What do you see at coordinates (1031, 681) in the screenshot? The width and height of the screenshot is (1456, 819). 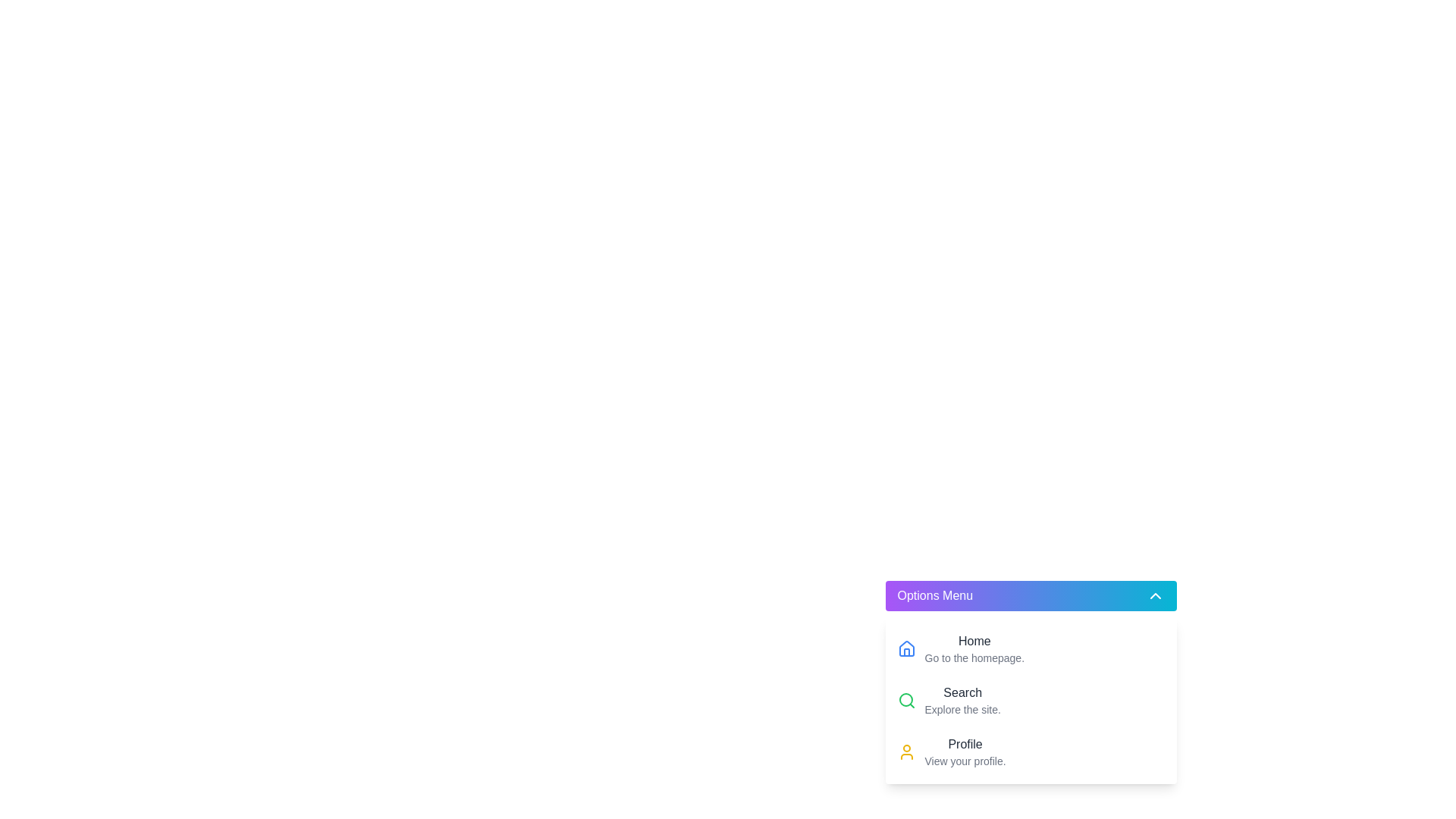 I see `the second menu option in the 'Options Menu' dropdown` at bounding box center [1031, 681].